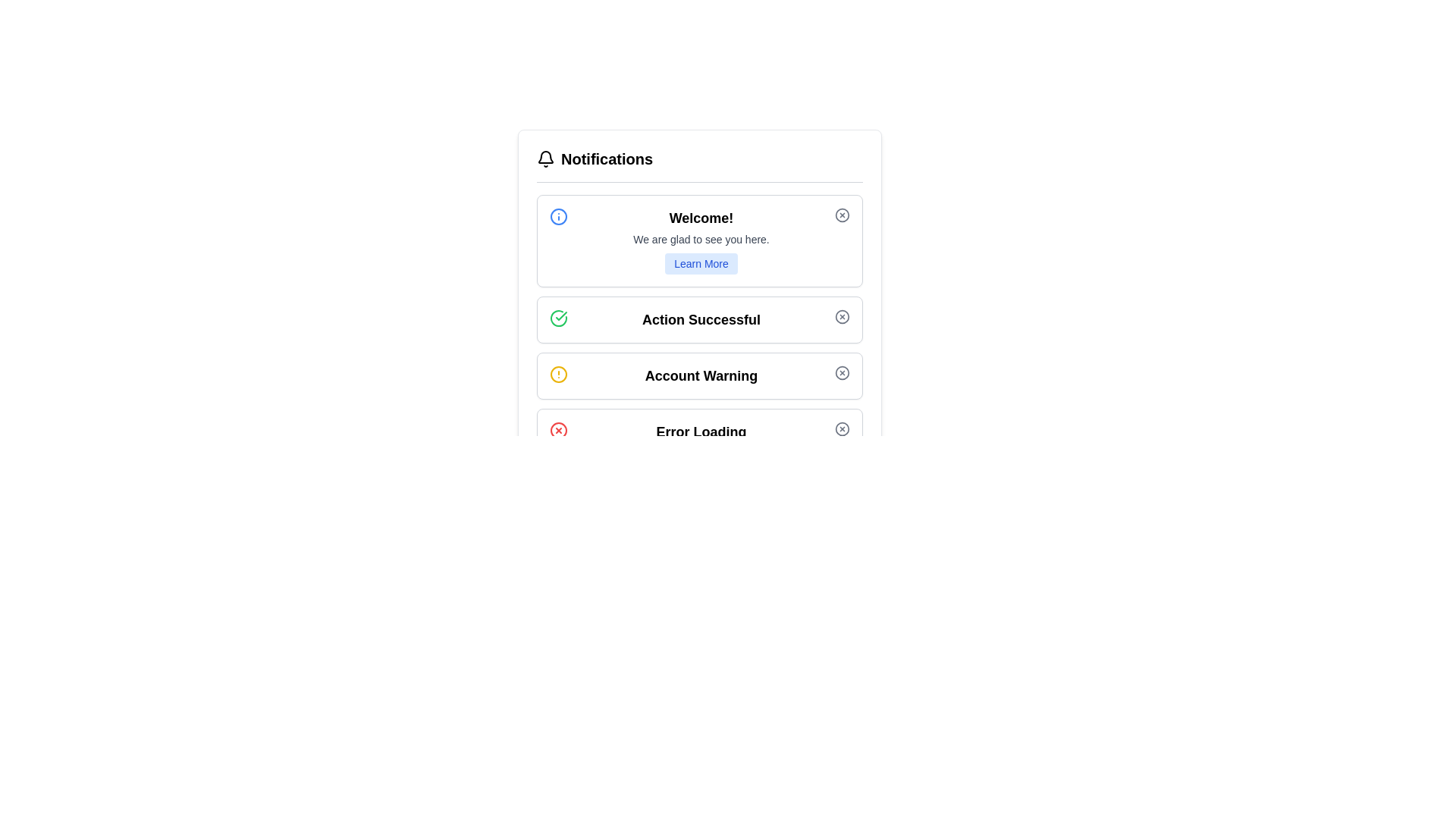  I want to click on properties of the notification icon represented by a vector graphic component within the SVG element, located at the top-left corner of the interface adjacent to the 'Notifications' text, so click(546, 157).